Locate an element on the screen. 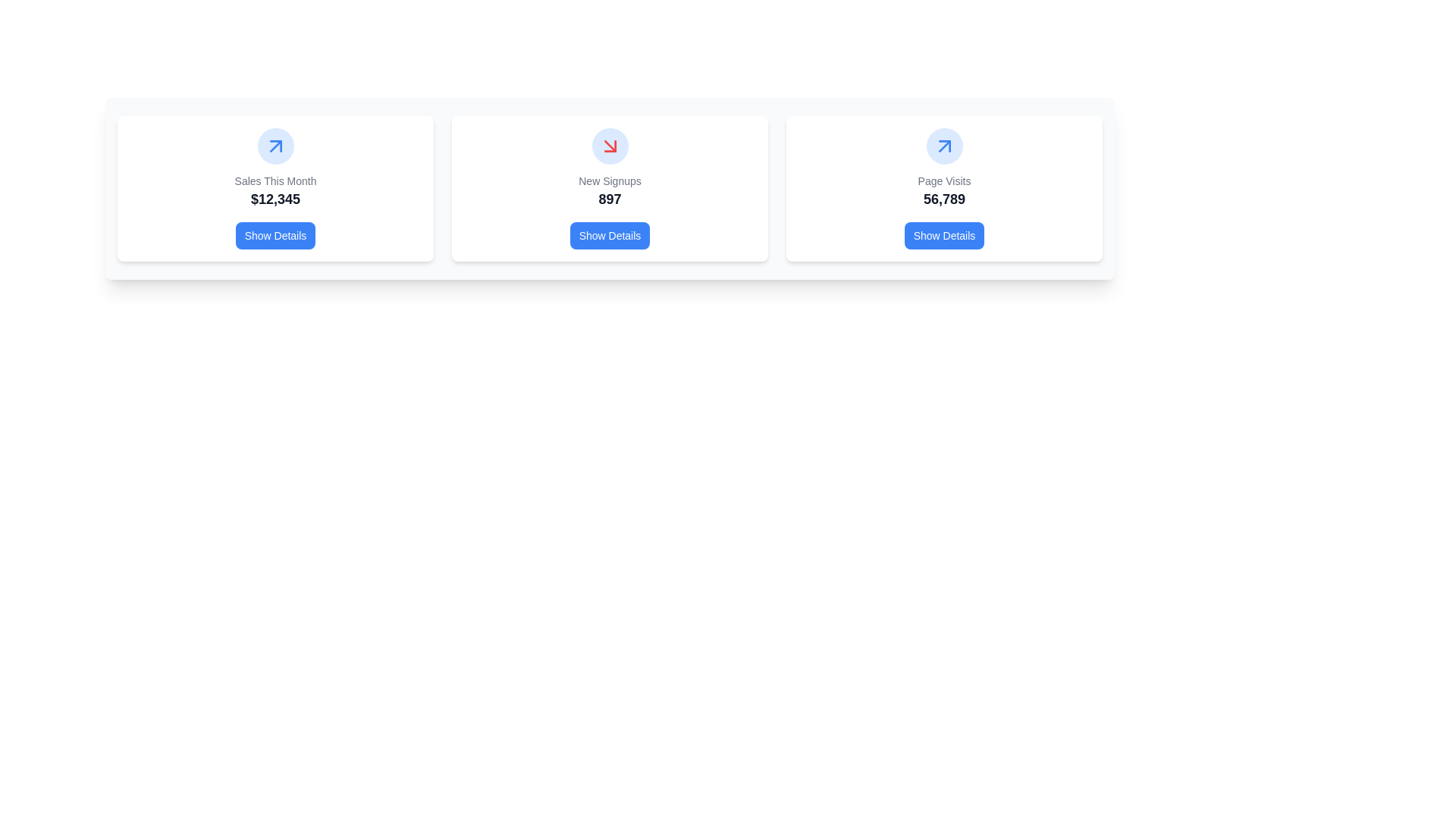  the small blue arrow icon pointing upwards and to the right, which is located within a light blue circular background on the 'Sales This Month' card is located at coordinates (943, 146).